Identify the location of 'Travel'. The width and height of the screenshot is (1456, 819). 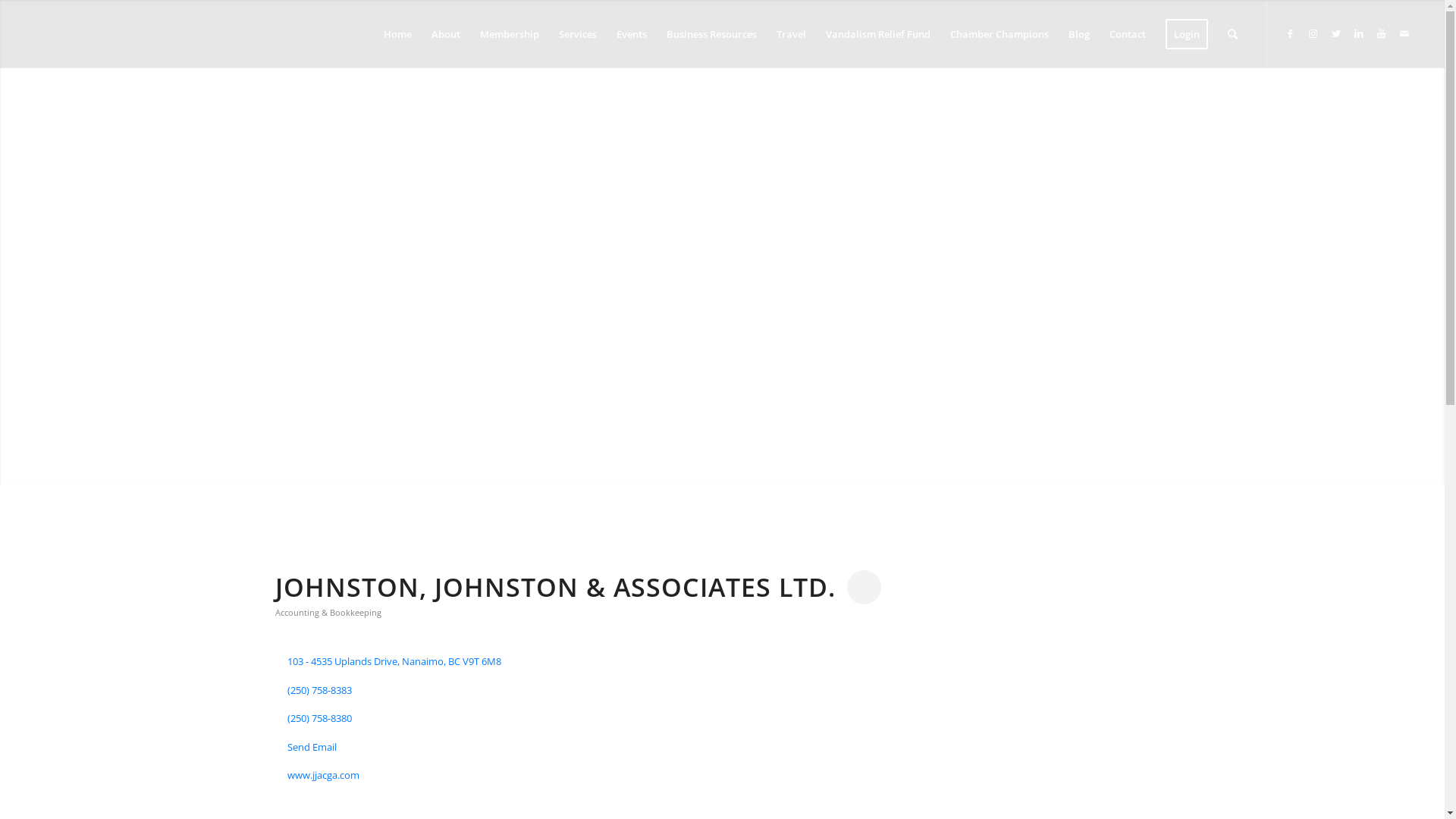
(790, 34).